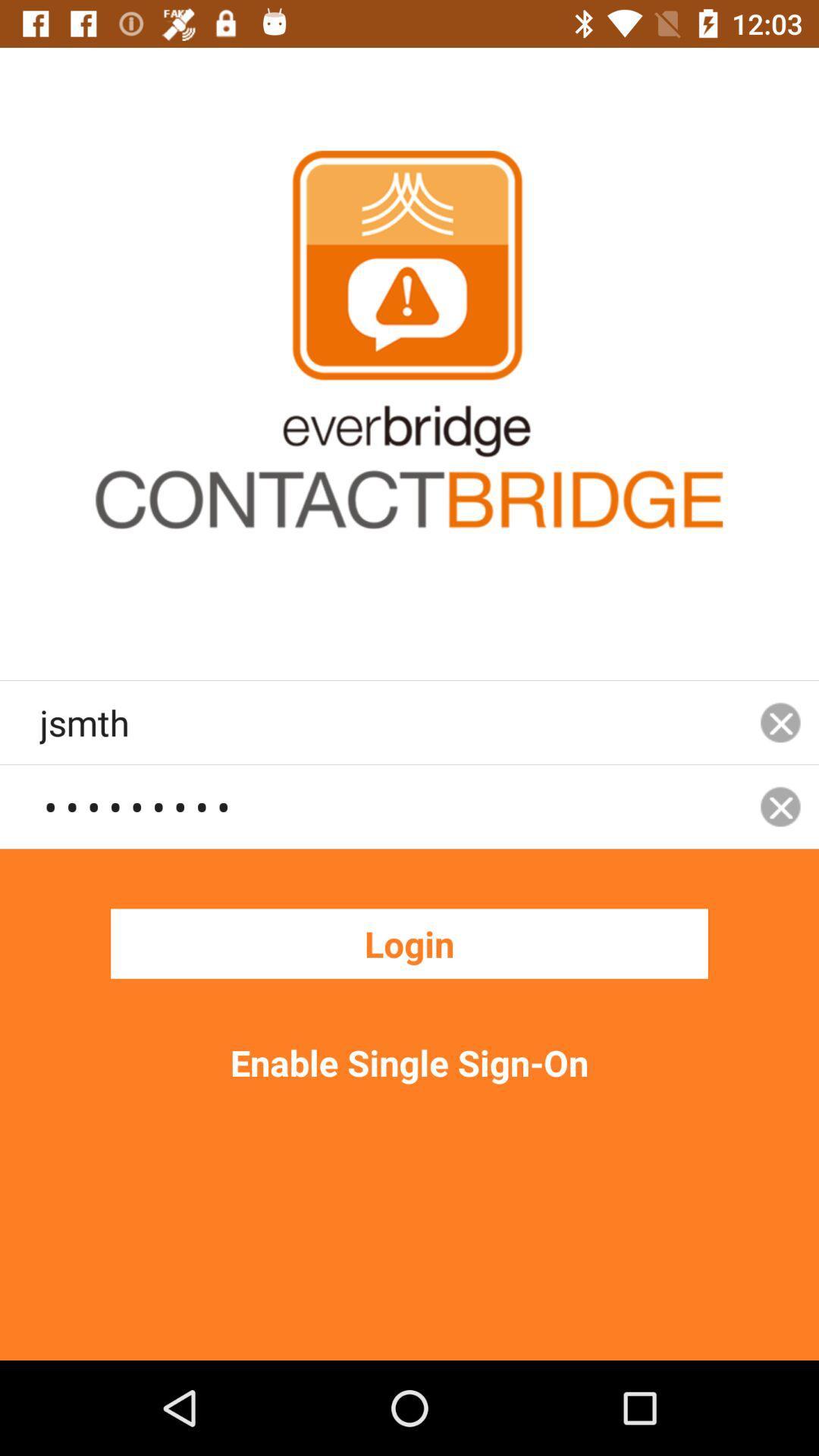 Image resolution: width=819 pixels, height=1456 pixels. Describe the element at coordinates (390, 721) in the screenshot. I see `the jsmth` at that location.